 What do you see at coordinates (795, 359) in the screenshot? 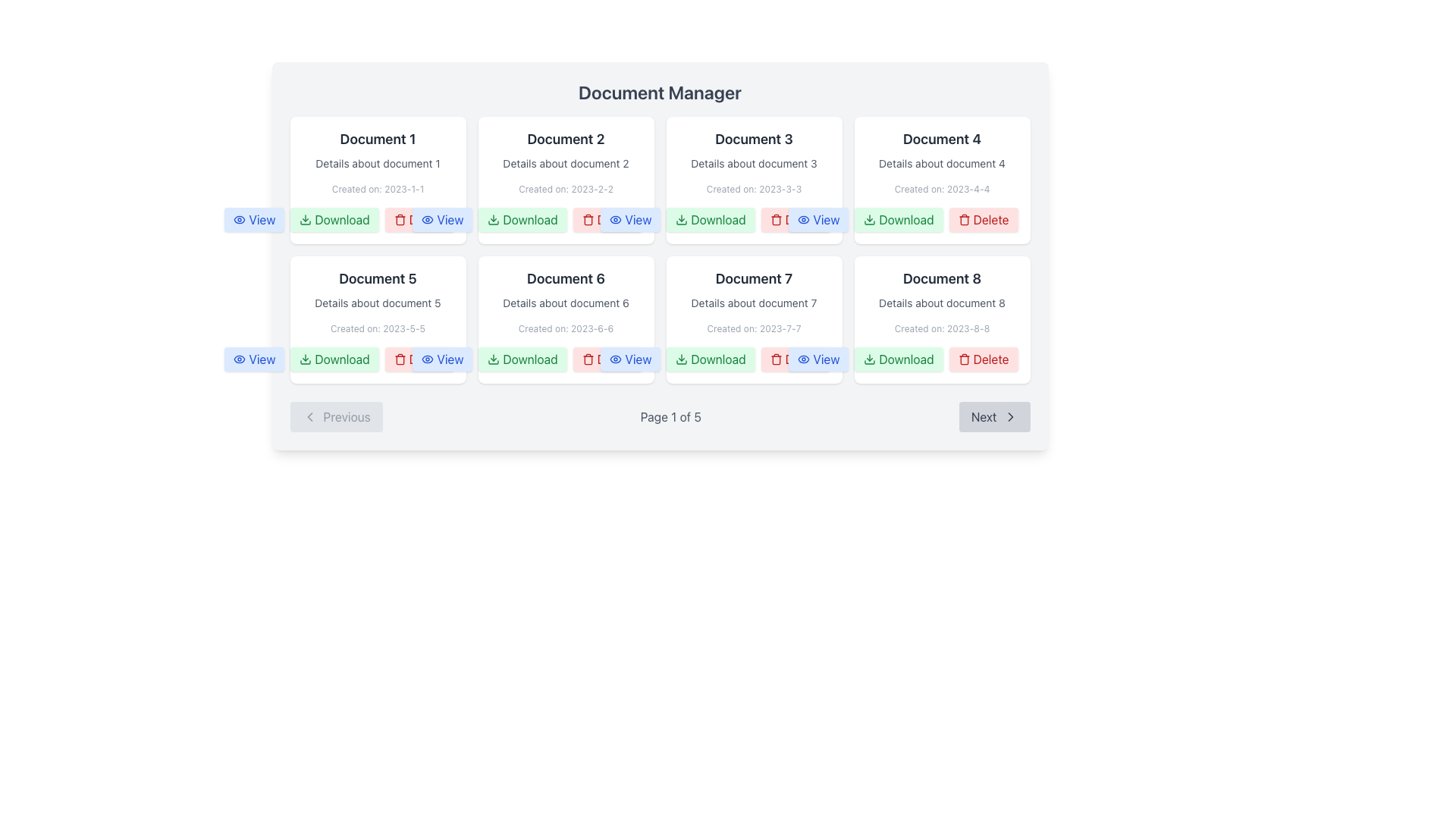
I see `the delete button for 'Document 7'` at bounding box center [795, 359].